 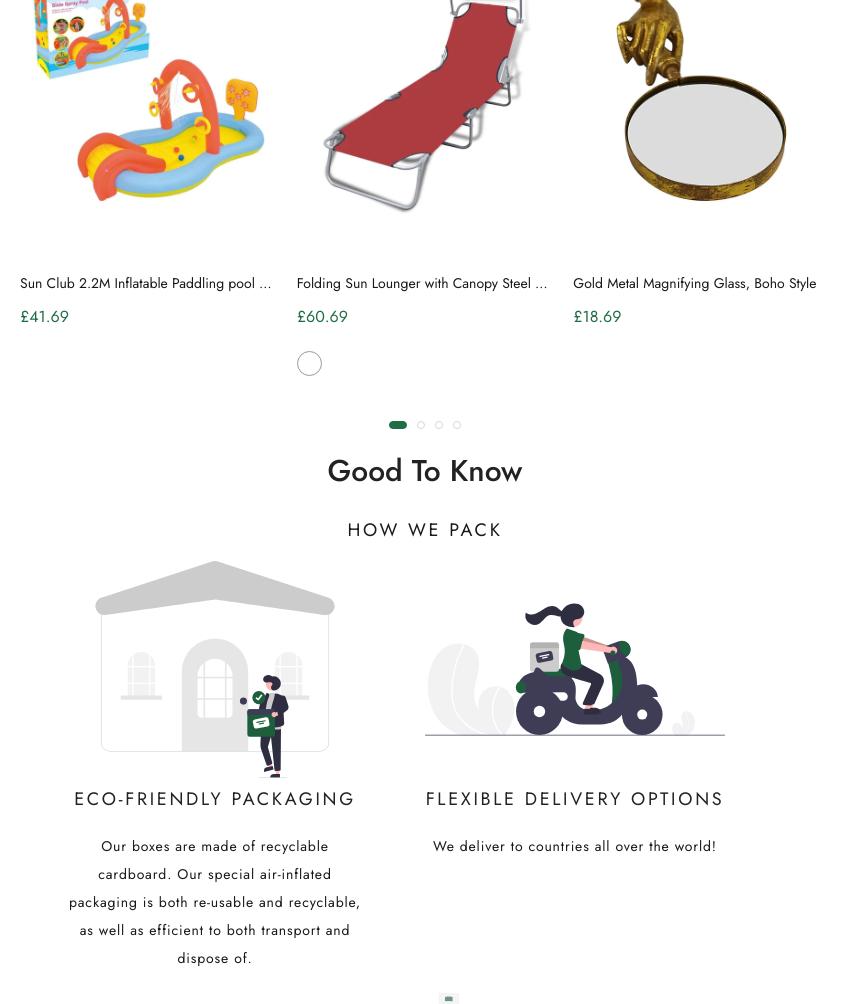 What do you see at coordinates (596, 316) in the screenshot?
I see `'£18.69'` at bounding box center [596, 316].